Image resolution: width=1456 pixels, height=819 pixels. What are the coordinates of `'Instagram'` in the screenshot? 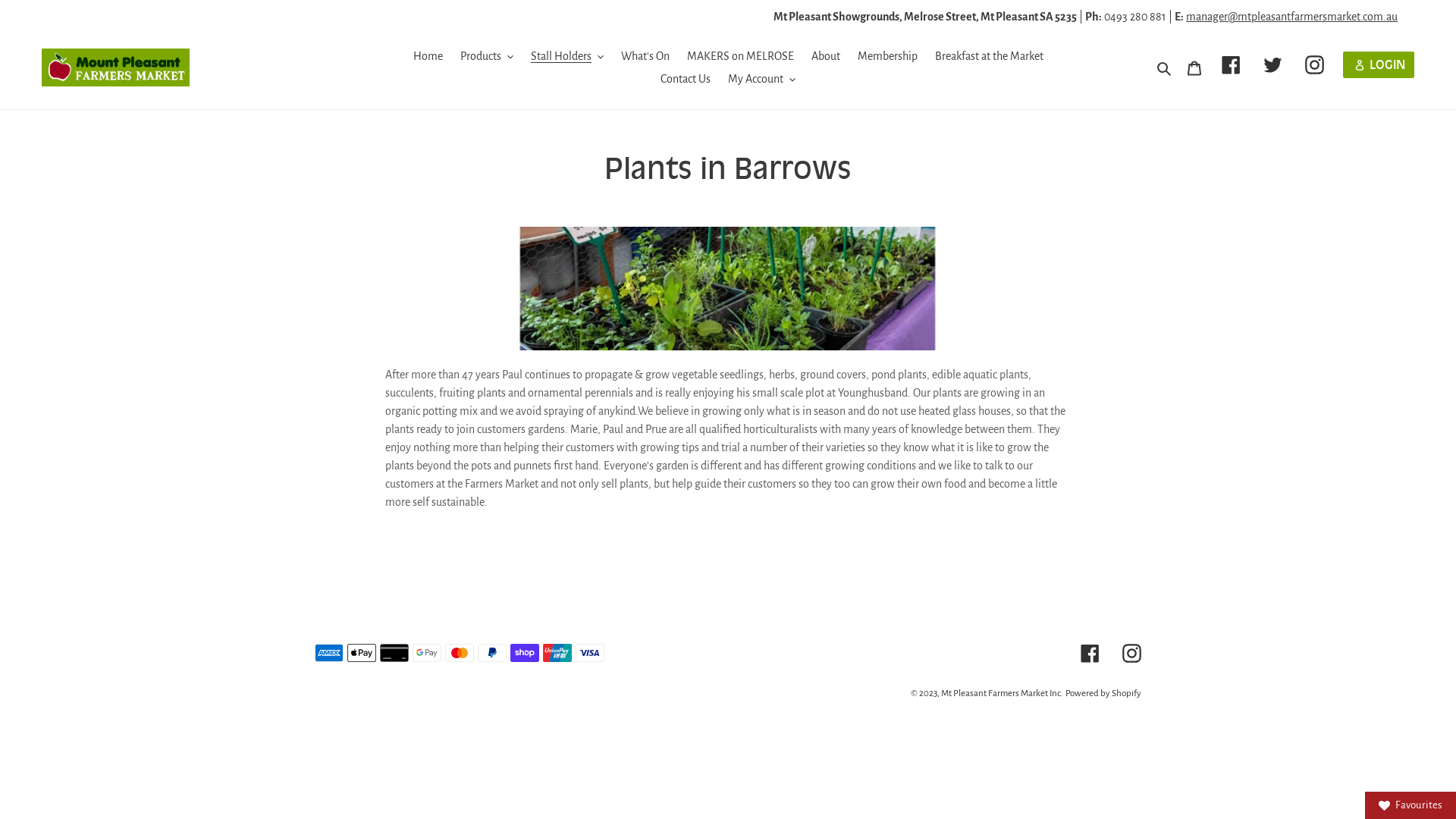 It's located at (1313, 64).